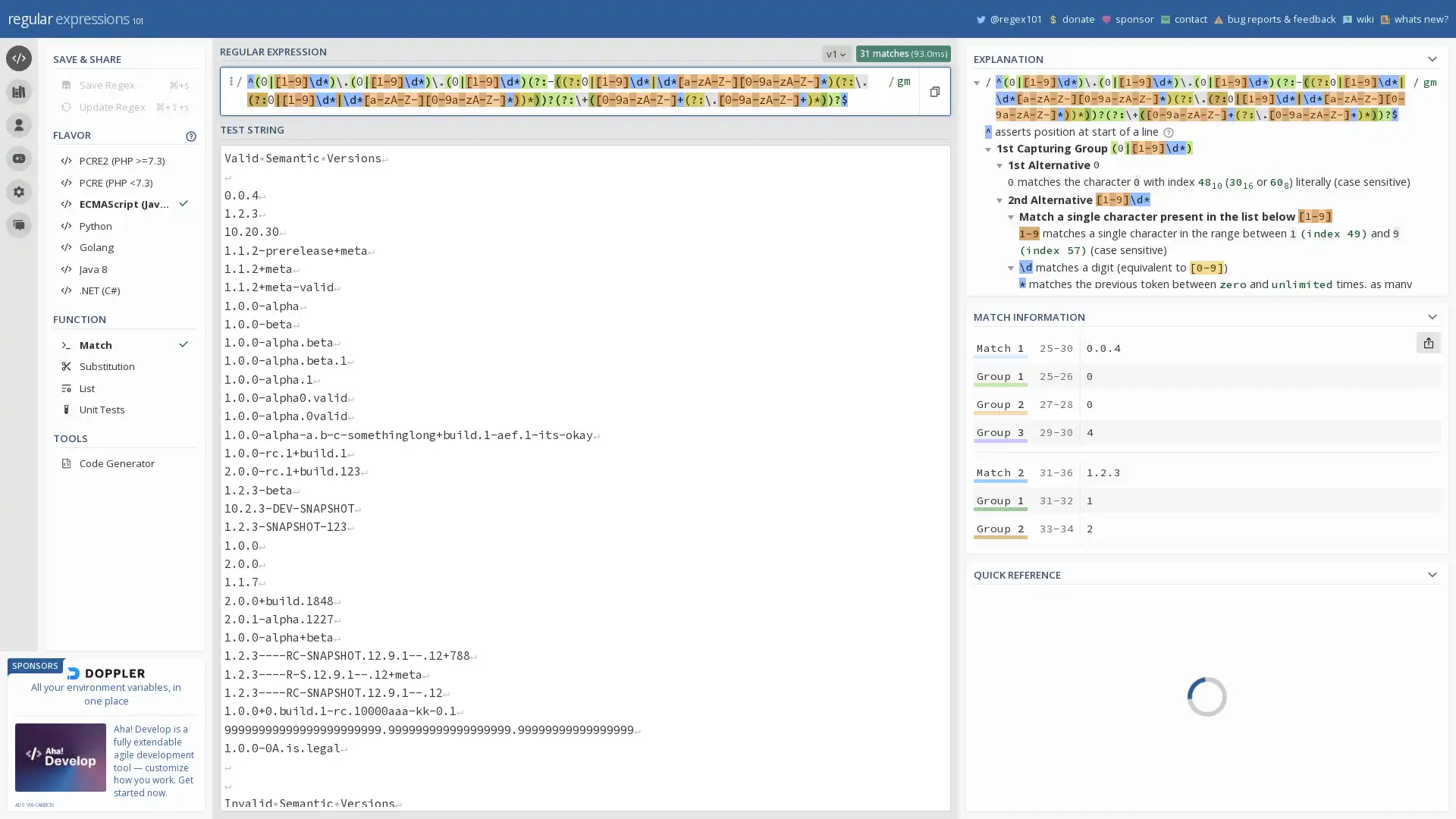  I want to click on Match 3, so click(1000, 595).